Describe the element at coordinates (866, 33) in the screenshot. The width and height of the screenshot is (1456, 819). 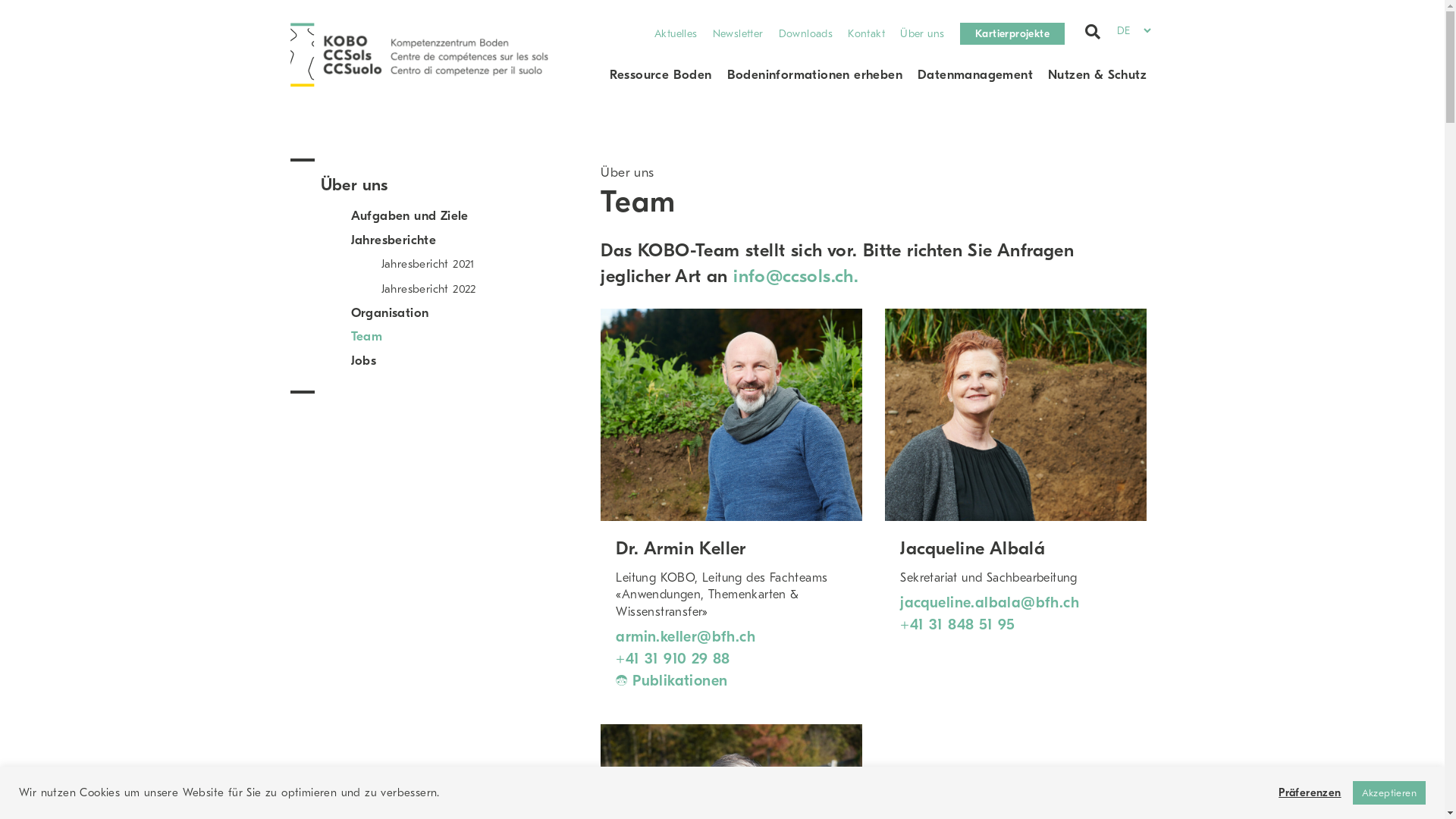
I see `'Kontakt'` at that location.